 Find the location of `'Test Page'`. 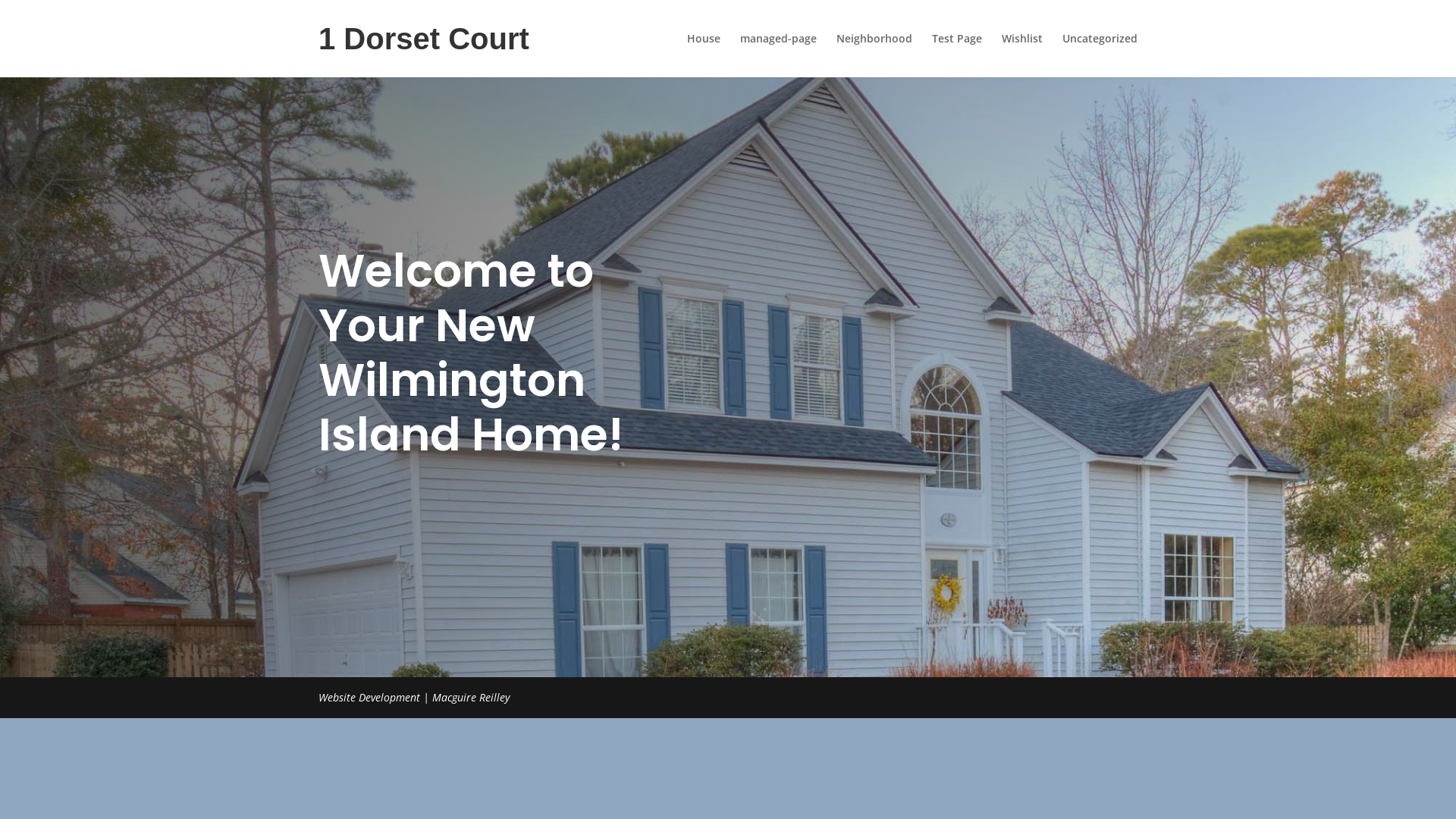

'Test Page' is located at coordinates (956, 55).